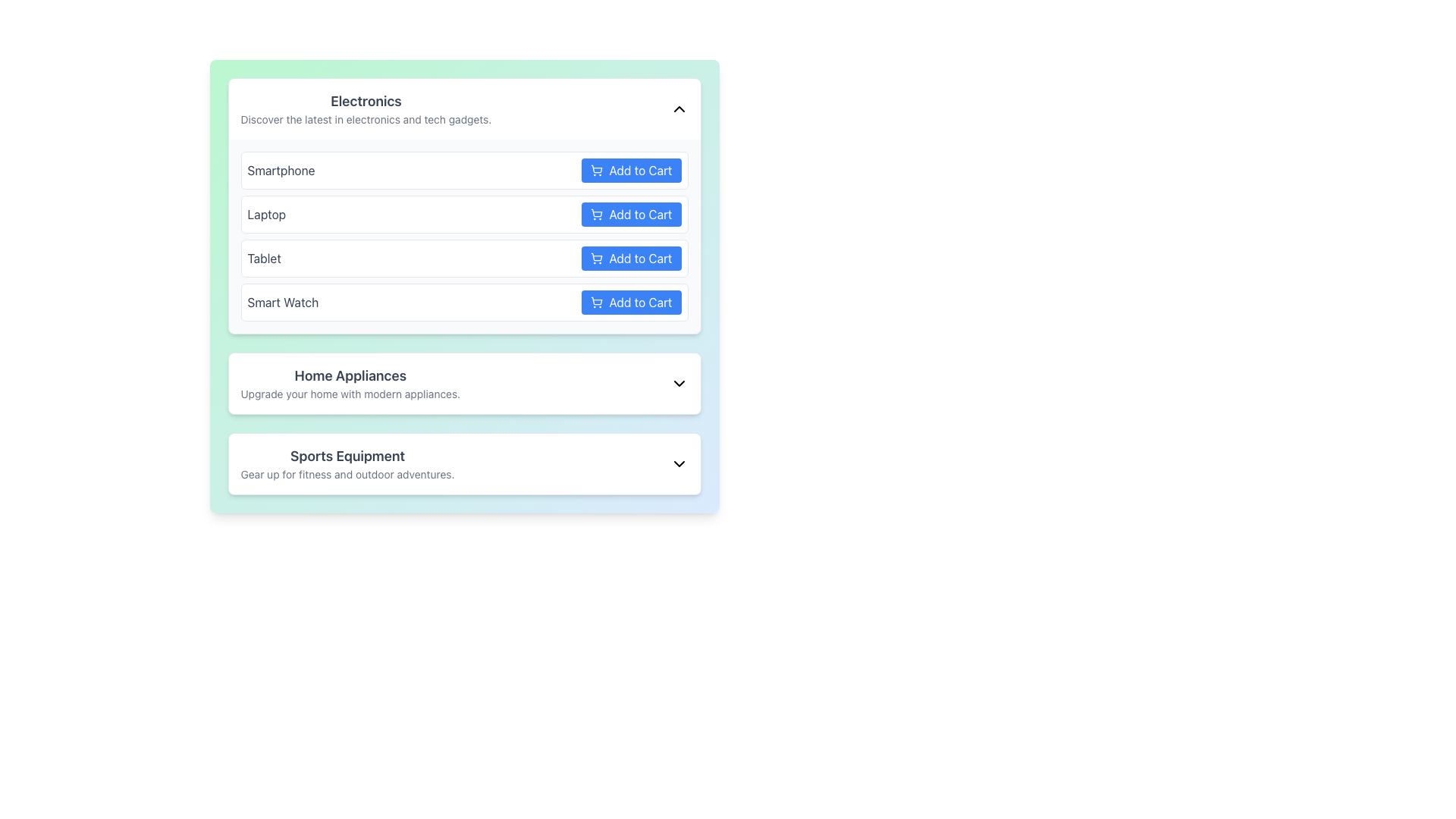  What do you see at coordinates (366, 119) in the screenshot?
I see `the text element displaying 'Discover the latest in electronics and tech gadgets.' which is styled with a small gray font and located below the 'Electronics' header` at bounding box center [366, 119].